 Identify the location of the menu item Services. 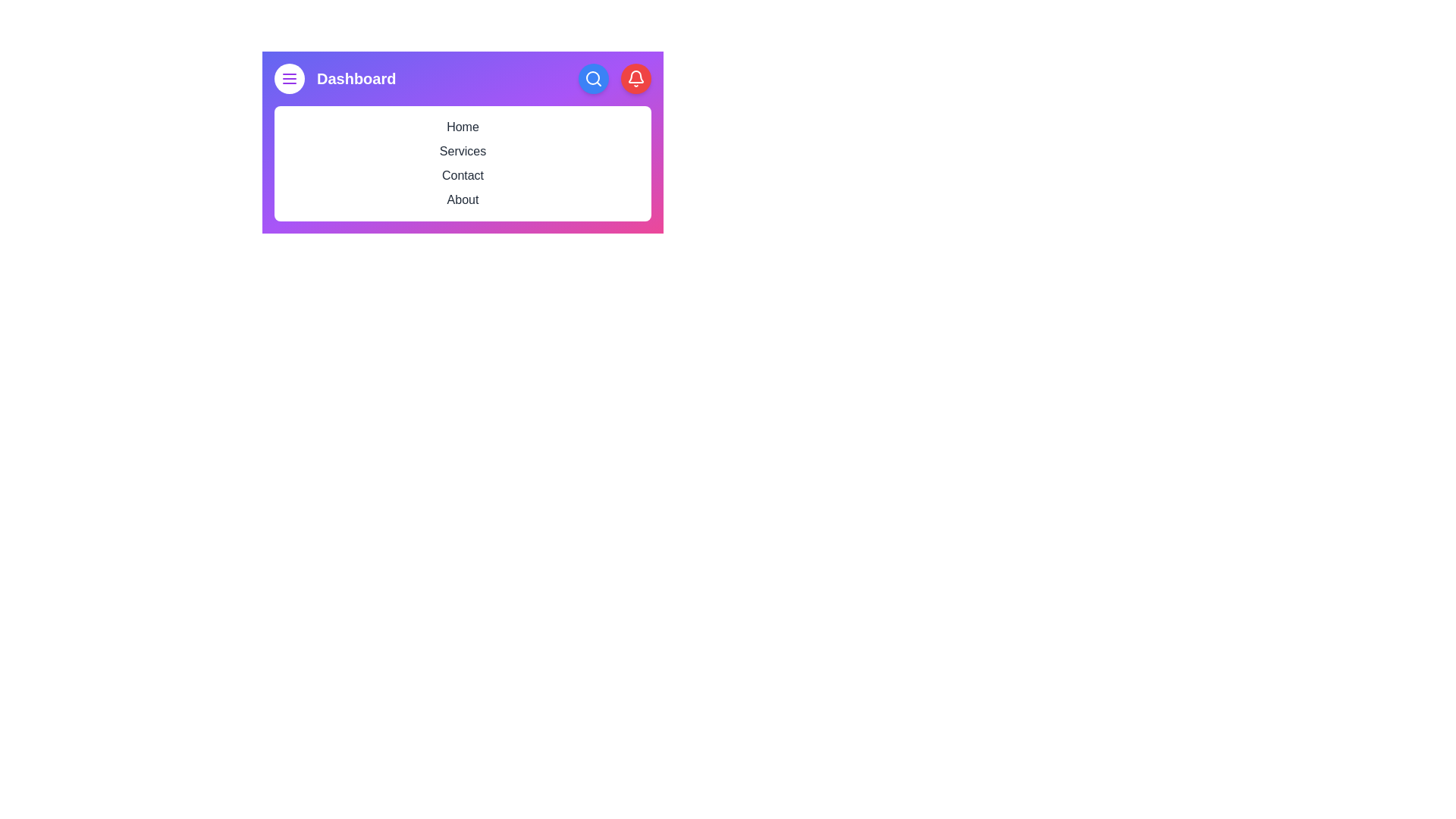
(462, 152).